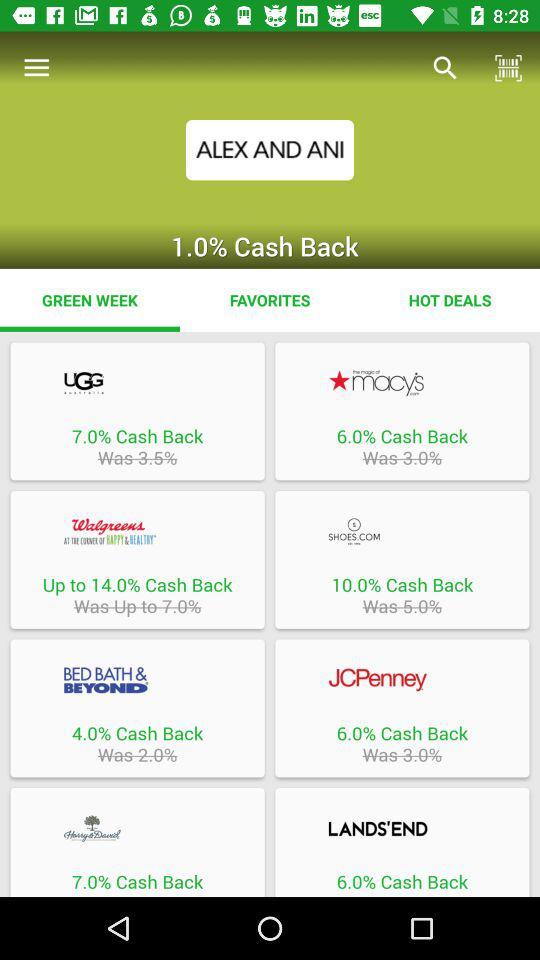  Describe the element at coordinates (402, 530) in the screenshot. I see `open the shoes.com website` at that location.